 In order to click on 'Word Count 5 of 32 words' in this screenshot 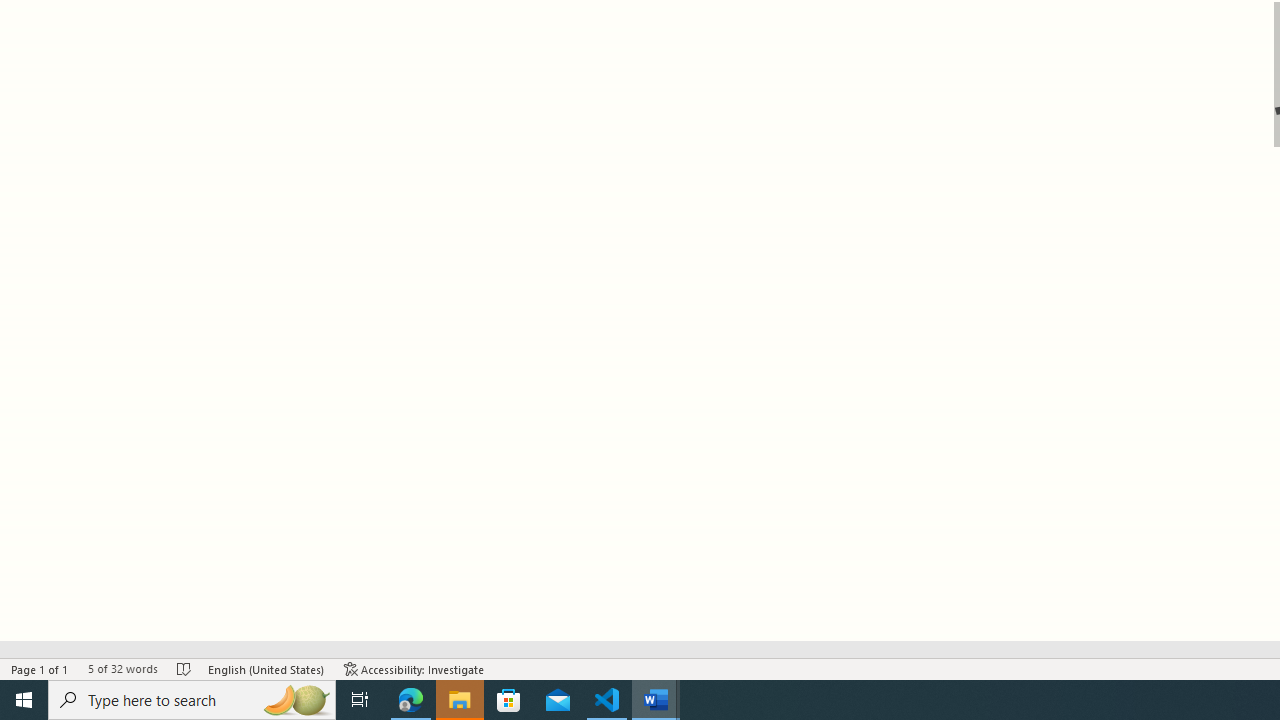, I will do `click(121, 669)`.